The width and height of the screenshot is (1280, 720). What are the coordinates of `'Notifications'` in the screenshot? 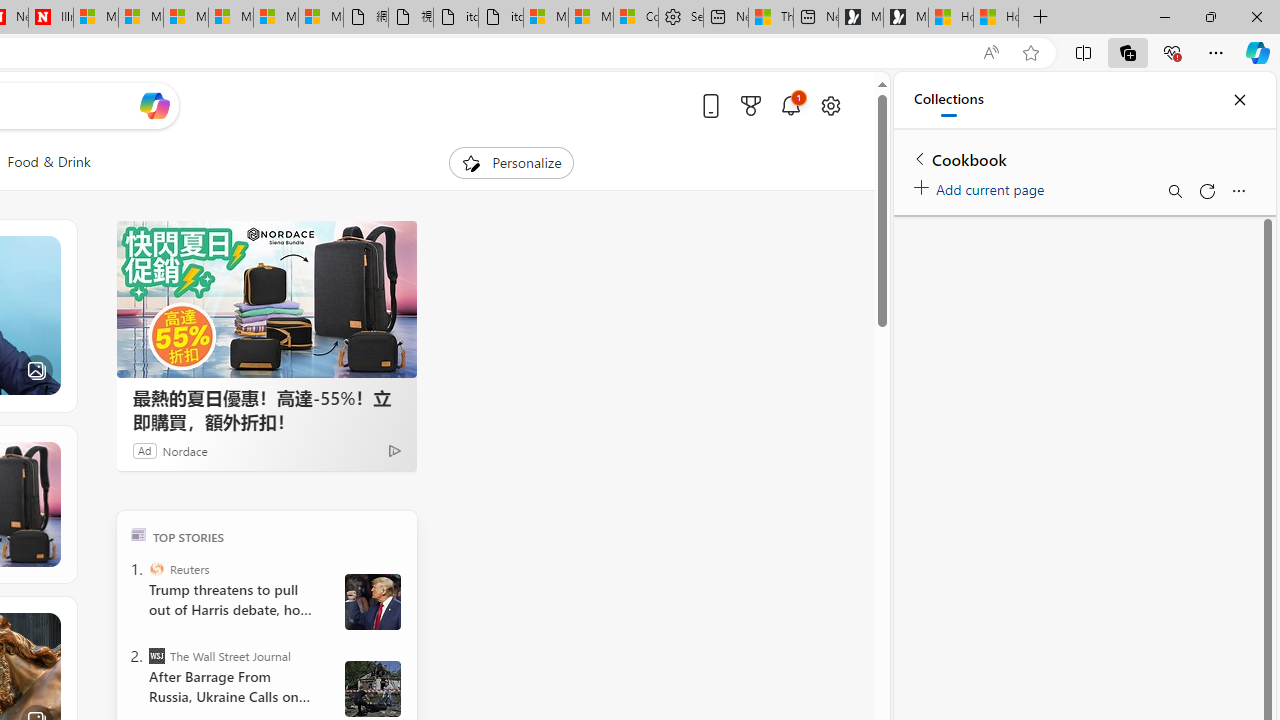 It's located at (790, 105).